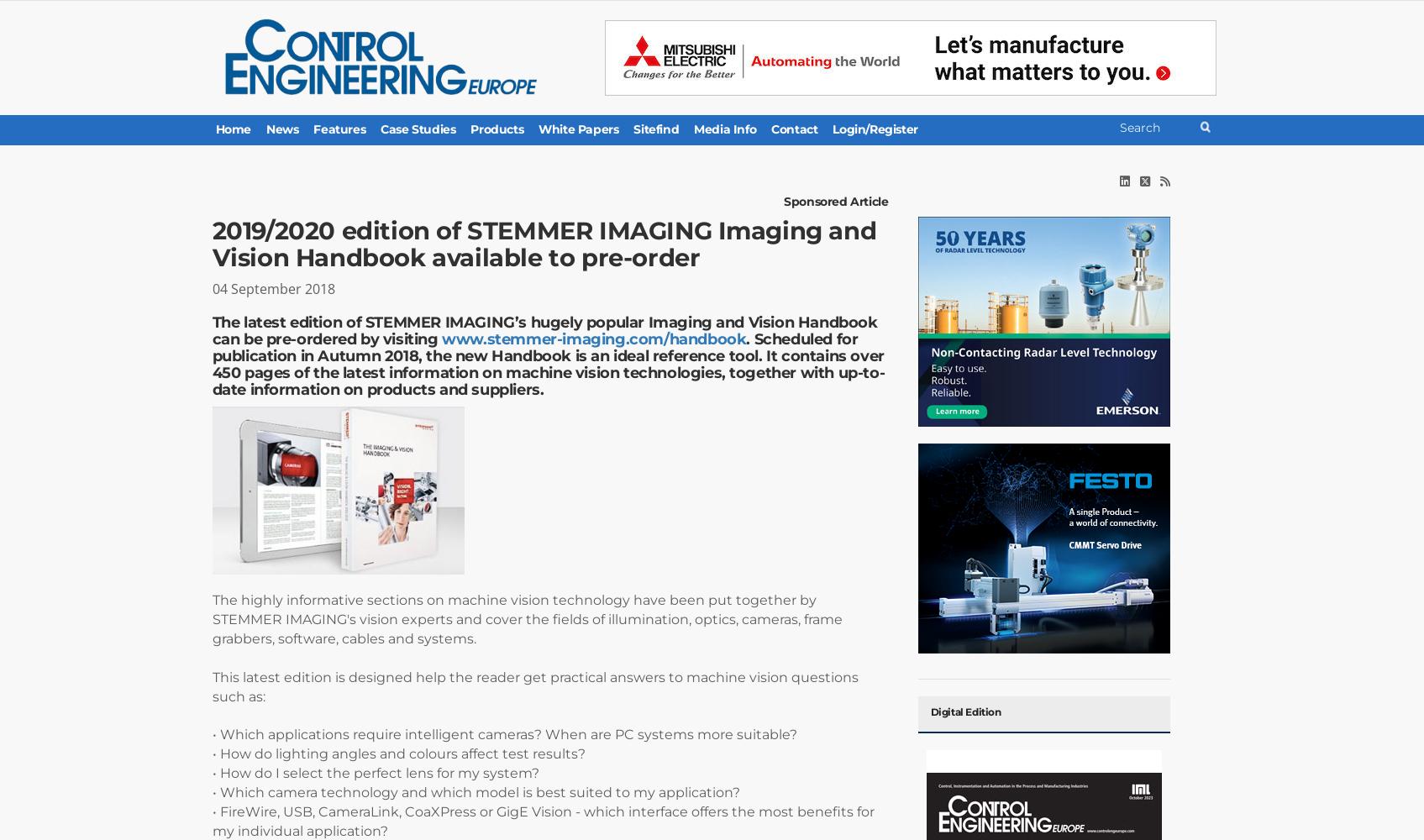 The height and width of the screenshot is (840, 1424). What do you see at coordinates (693, 129) in the screenshot?
I see `'Media Info'` at bounding box center [693, 129].